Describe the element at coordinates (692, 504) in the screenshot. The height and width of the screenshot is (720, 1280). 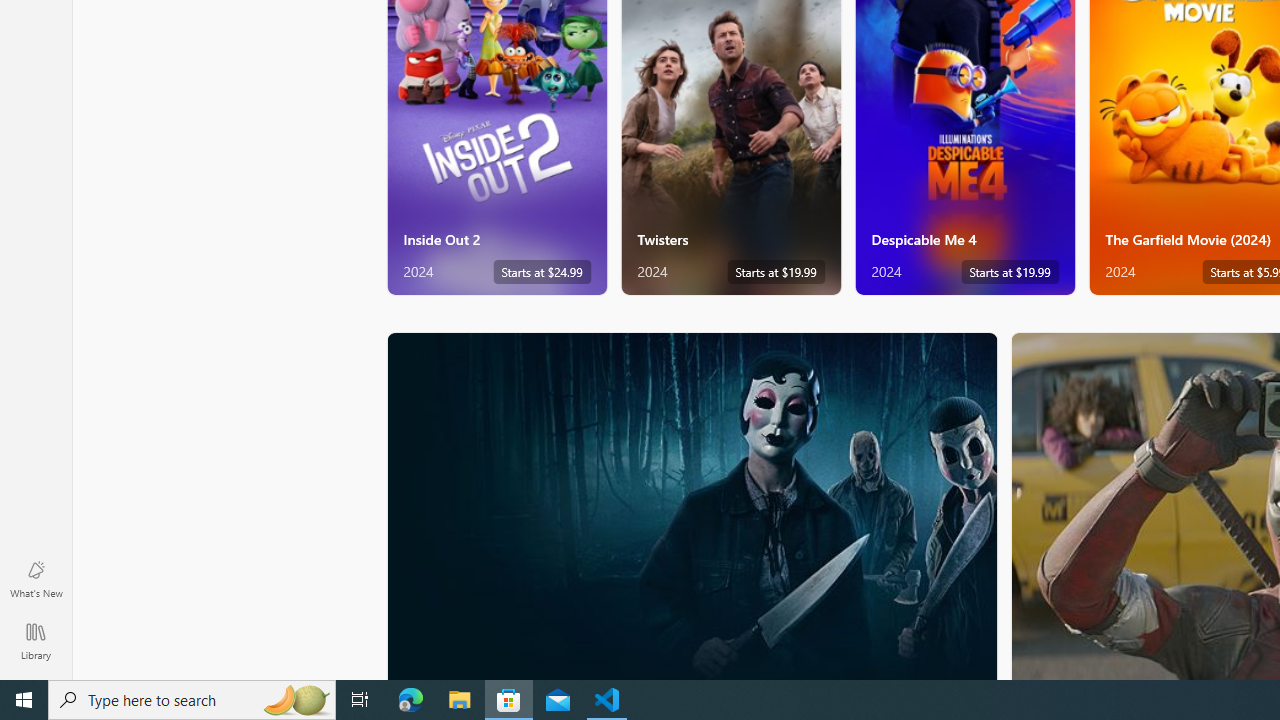
I see `'Horror'` at that location.